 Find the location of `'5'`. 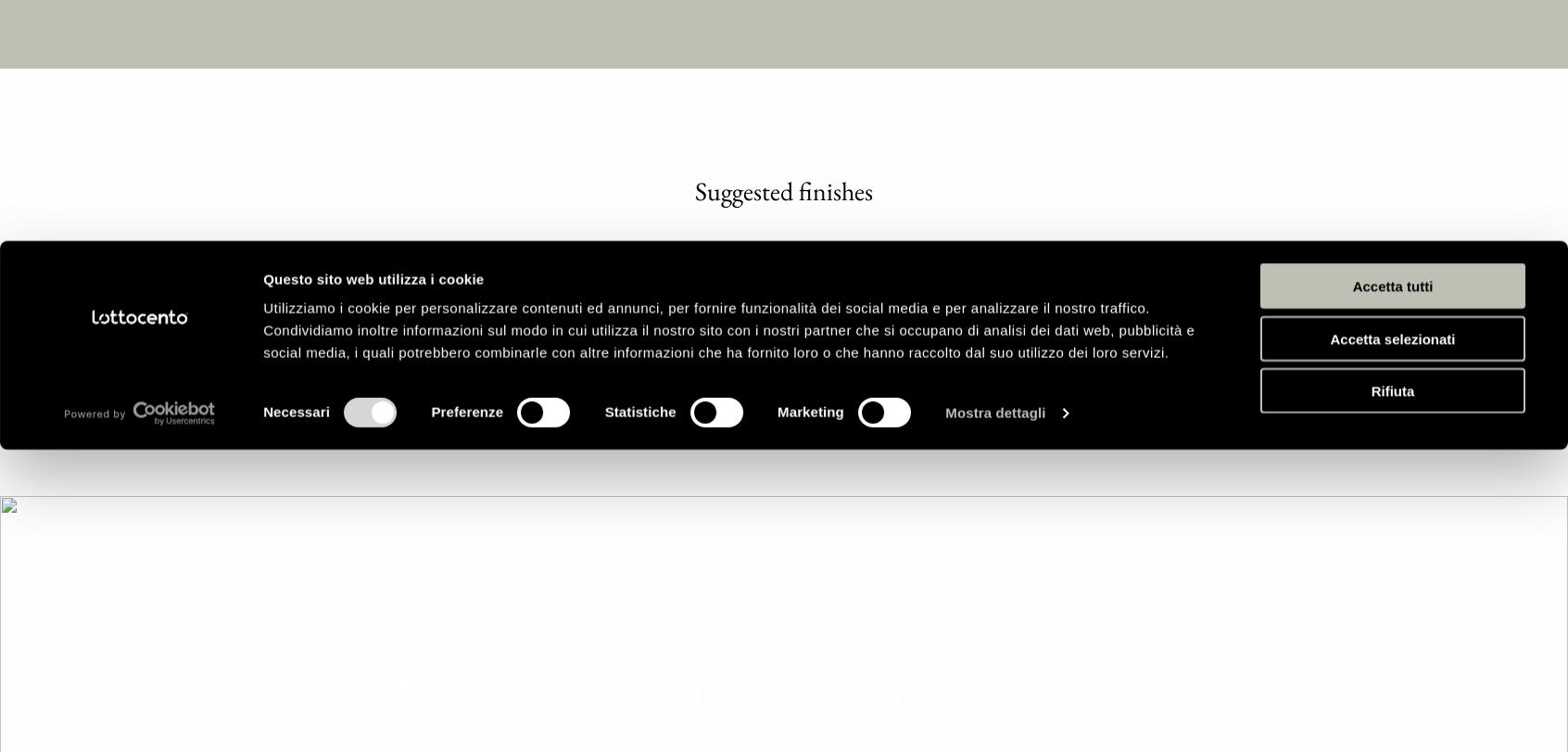

'5' is located at coordinates (797, 303).